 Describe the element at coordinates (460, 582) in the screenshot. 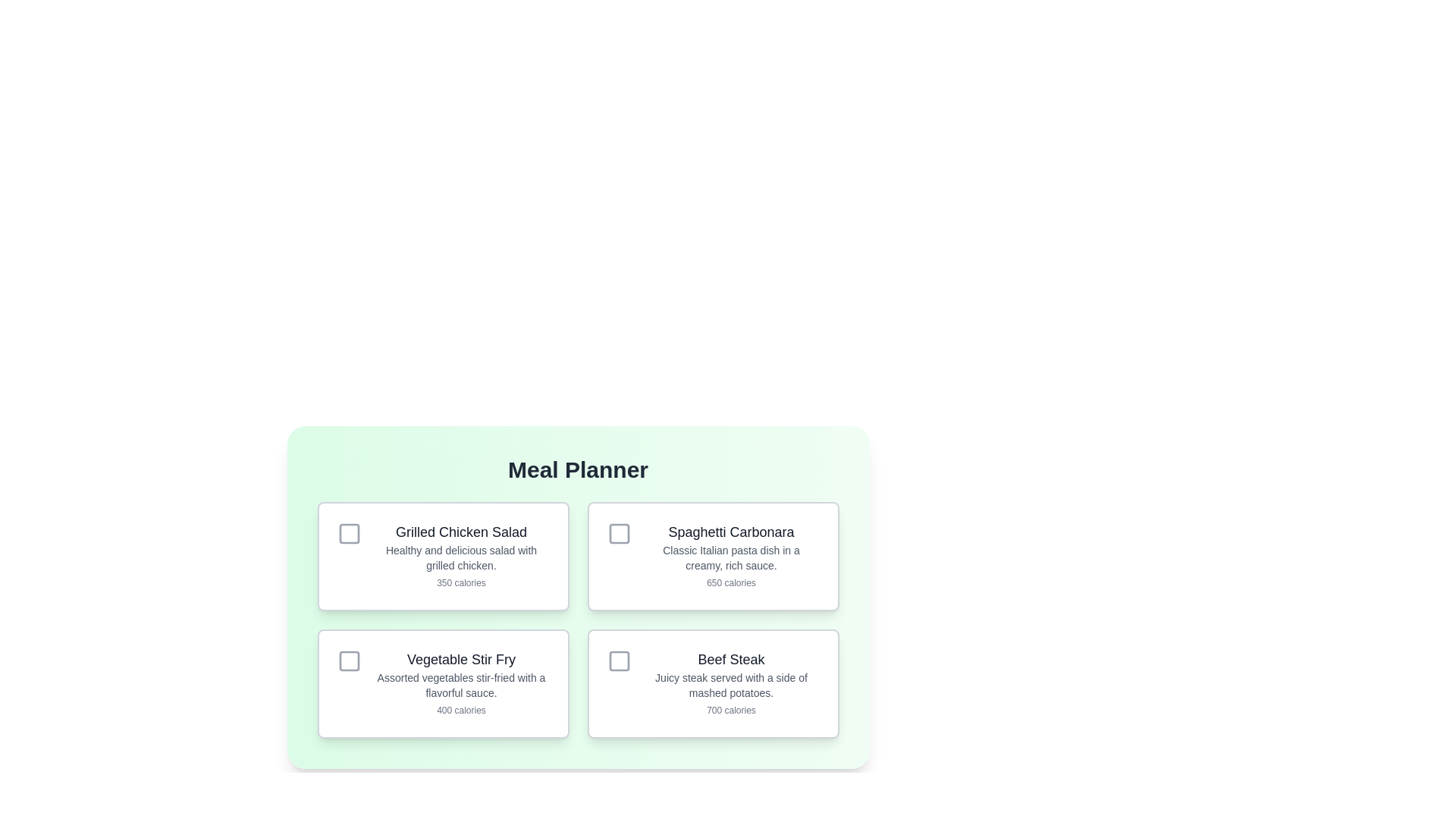

I see `the text label displaying the calorie count of the 'Grilled Chicken Salad', which is located beneath the item description within its card` at that location.